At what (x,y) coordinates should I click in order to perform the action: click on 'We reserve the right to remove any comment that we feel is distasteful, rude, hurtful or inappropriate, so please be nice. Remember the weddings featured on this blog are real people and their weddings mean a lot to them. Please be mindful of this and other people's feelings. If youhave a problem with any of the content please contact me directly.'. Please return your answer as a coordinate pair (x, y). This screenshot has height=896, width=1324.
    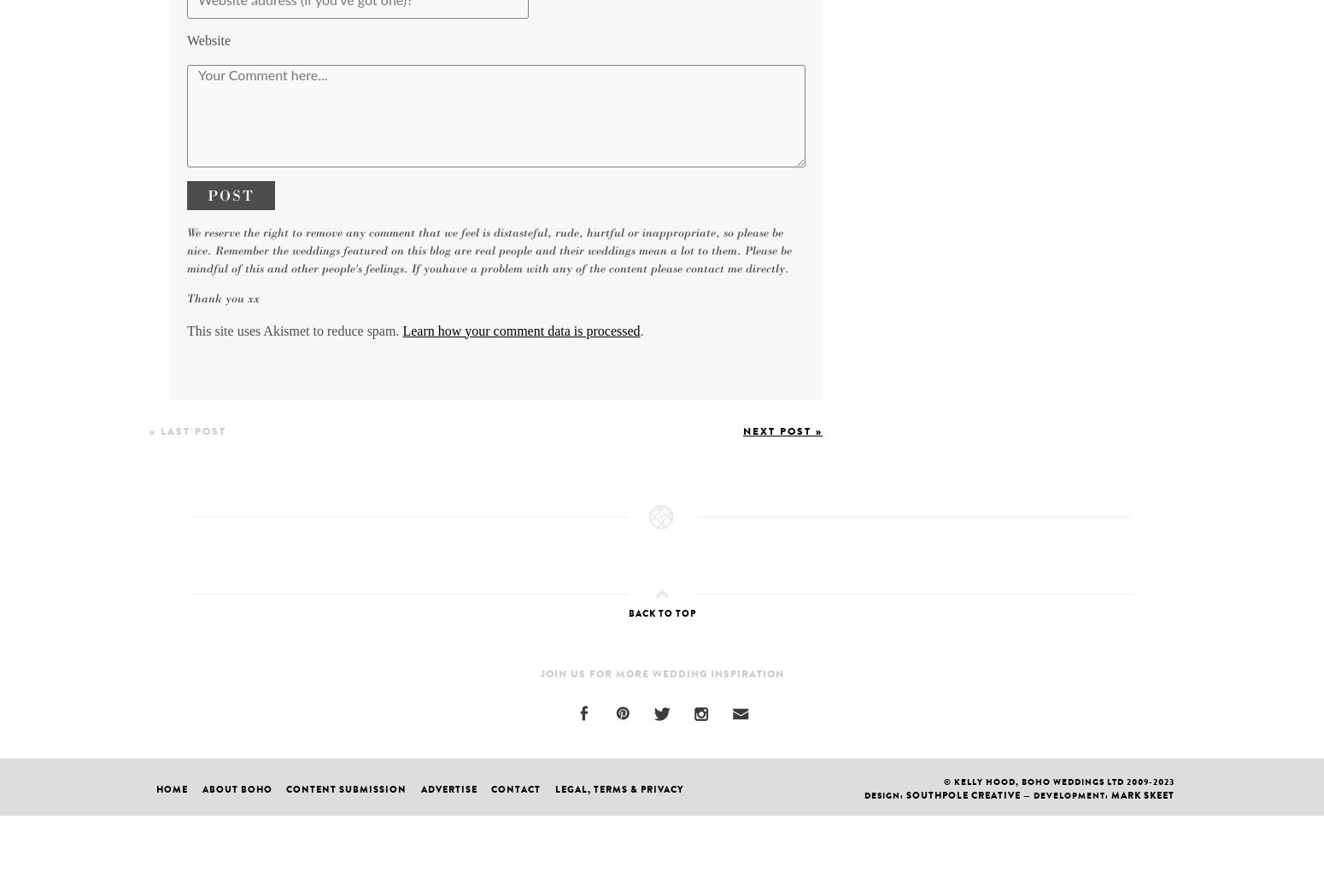
    Looking at the image, I should click on (489, 249).